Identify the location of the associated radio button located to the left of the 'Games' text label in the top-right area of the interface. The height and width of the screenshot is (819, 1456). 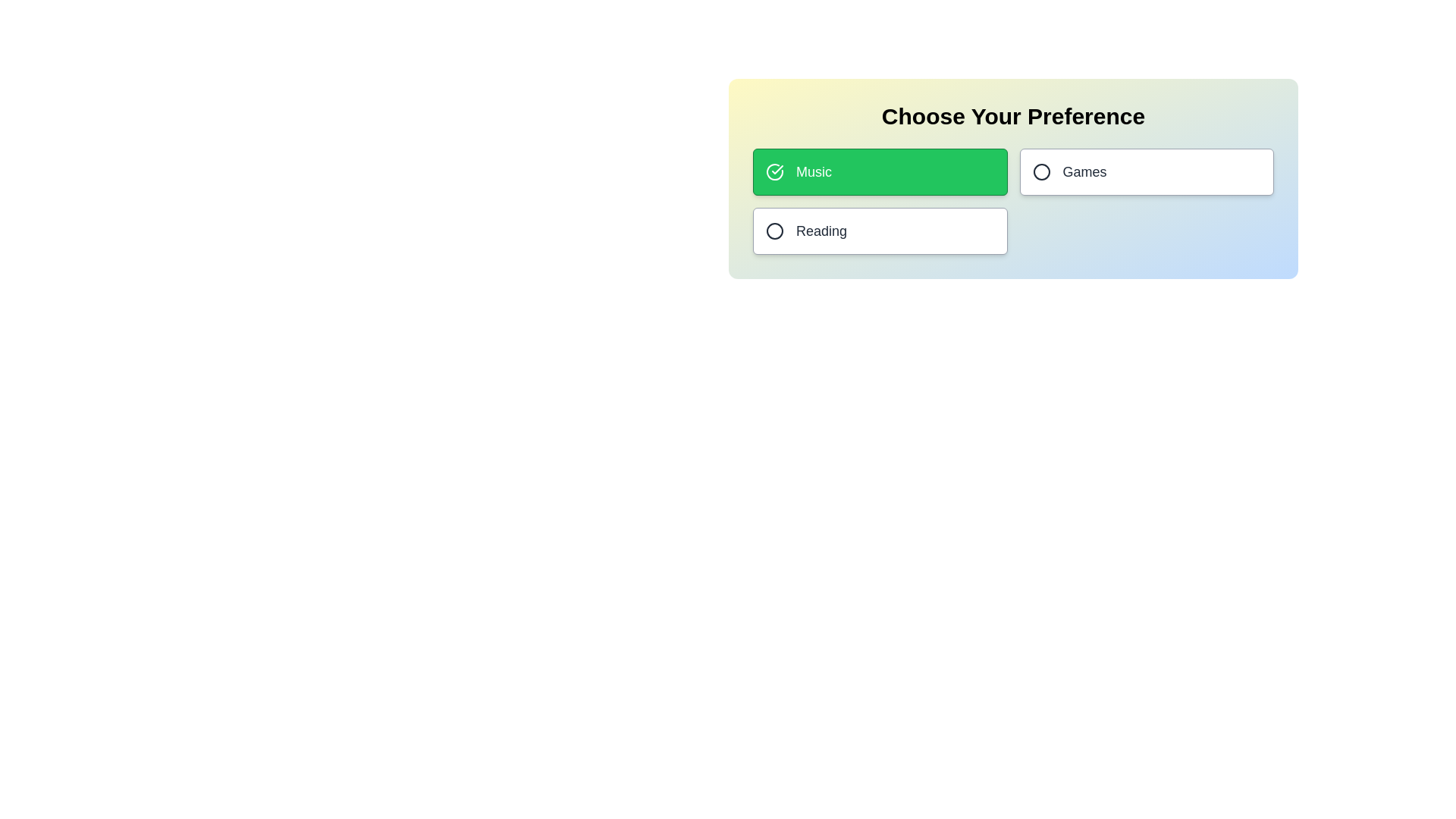
(1084, 171).